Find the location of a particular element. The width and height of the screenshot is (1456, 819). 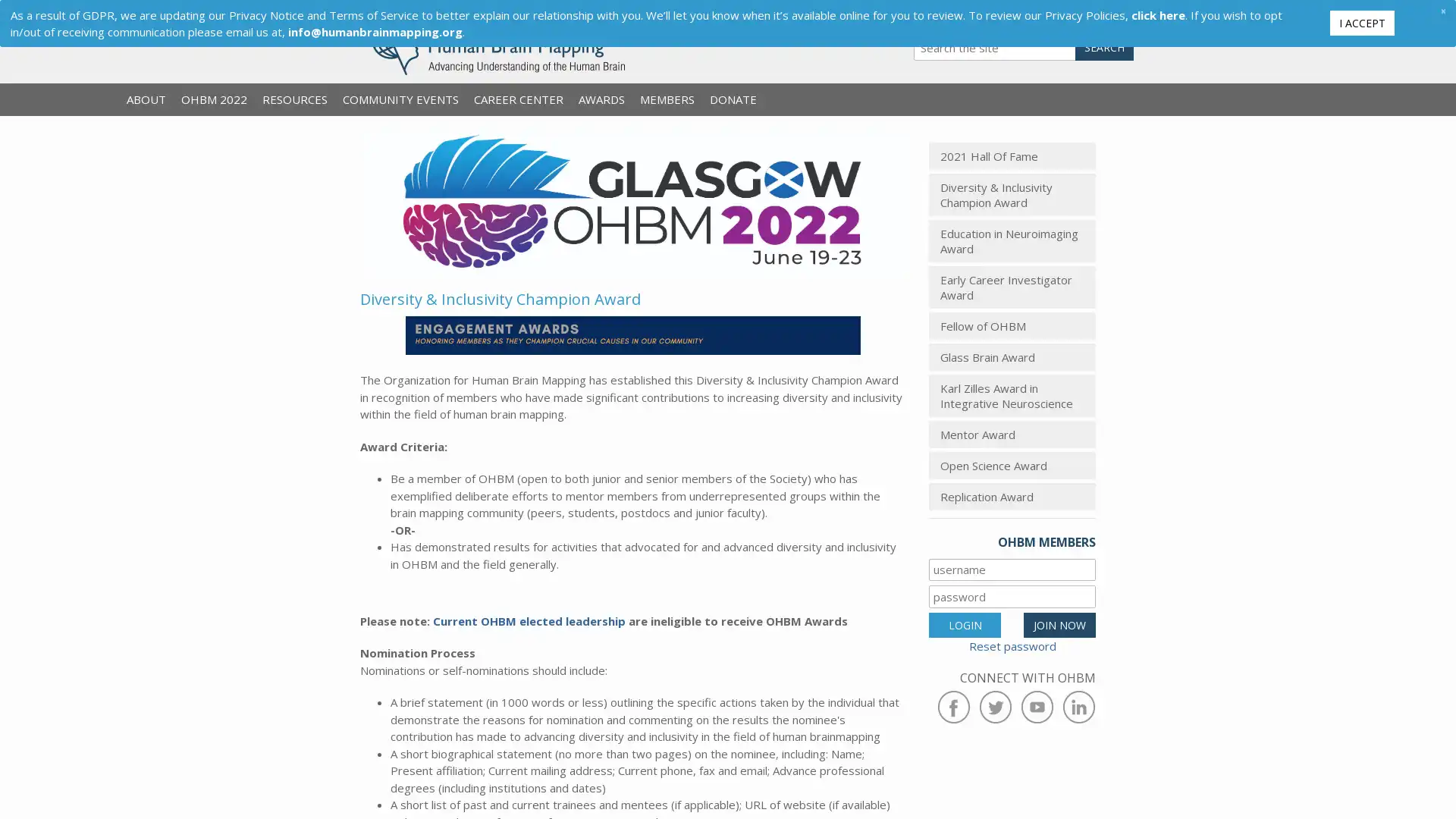

SEARCH is located at coordinates (1104, 46).